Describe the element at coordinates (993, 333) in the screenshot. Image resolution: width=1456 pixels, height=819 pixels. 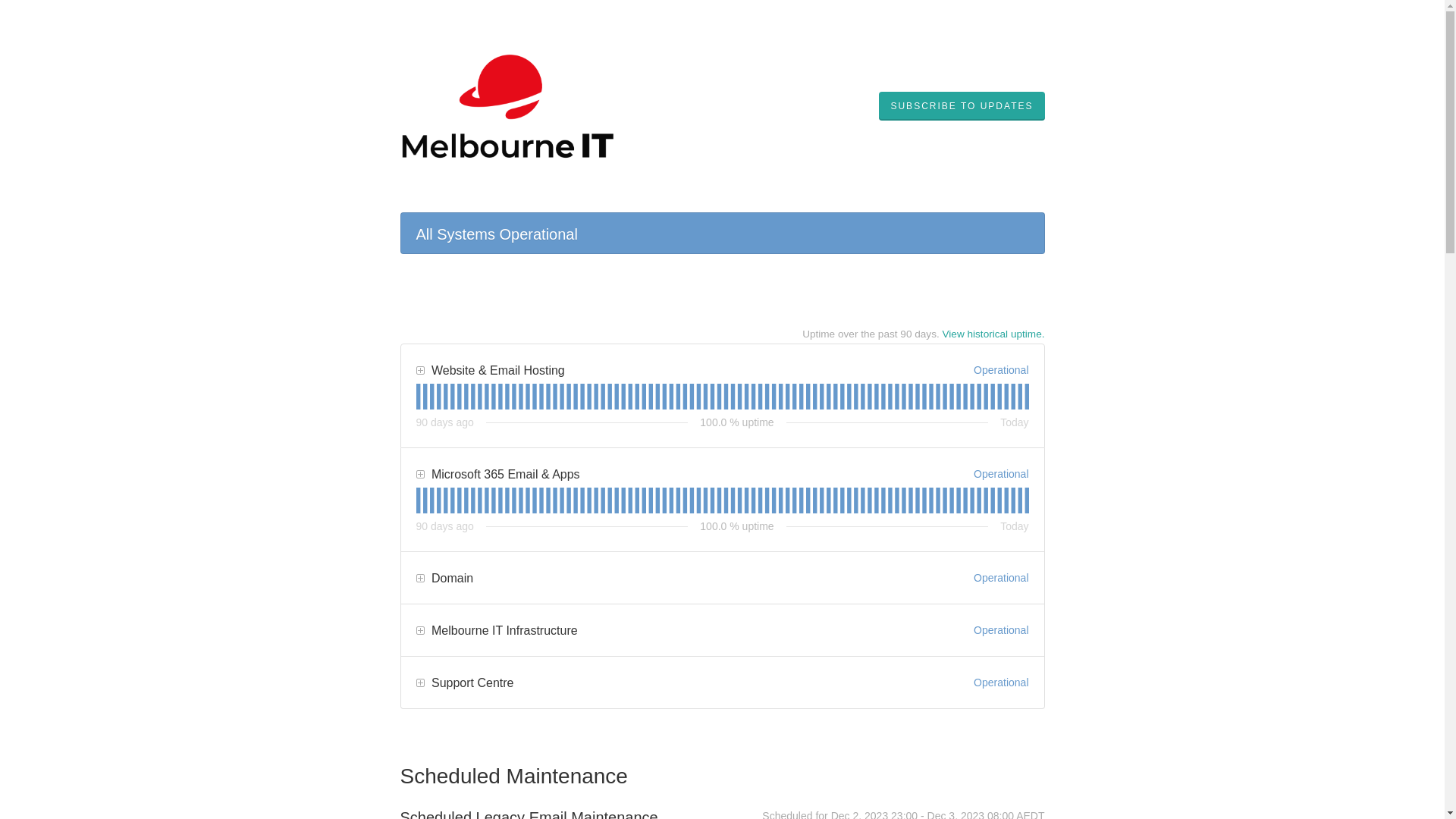
I see `'View historical uptime.'` at that location.